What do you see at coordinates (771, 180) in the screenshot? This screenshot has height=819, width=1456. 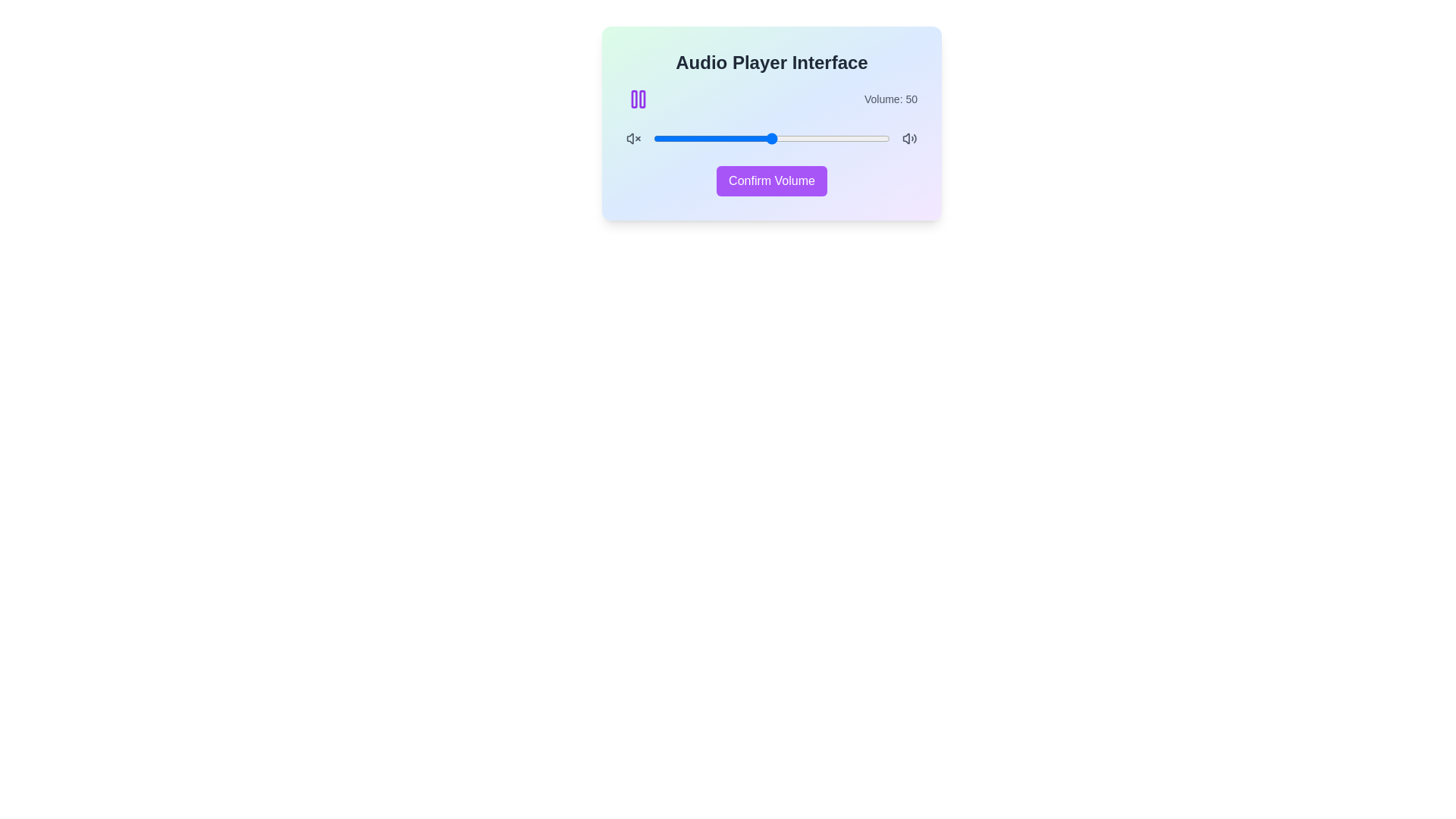 I see `the 'Confirm Volume' button, which is a rectangular button with a purple background and white rounded edges` at bounding box center [771, 180].